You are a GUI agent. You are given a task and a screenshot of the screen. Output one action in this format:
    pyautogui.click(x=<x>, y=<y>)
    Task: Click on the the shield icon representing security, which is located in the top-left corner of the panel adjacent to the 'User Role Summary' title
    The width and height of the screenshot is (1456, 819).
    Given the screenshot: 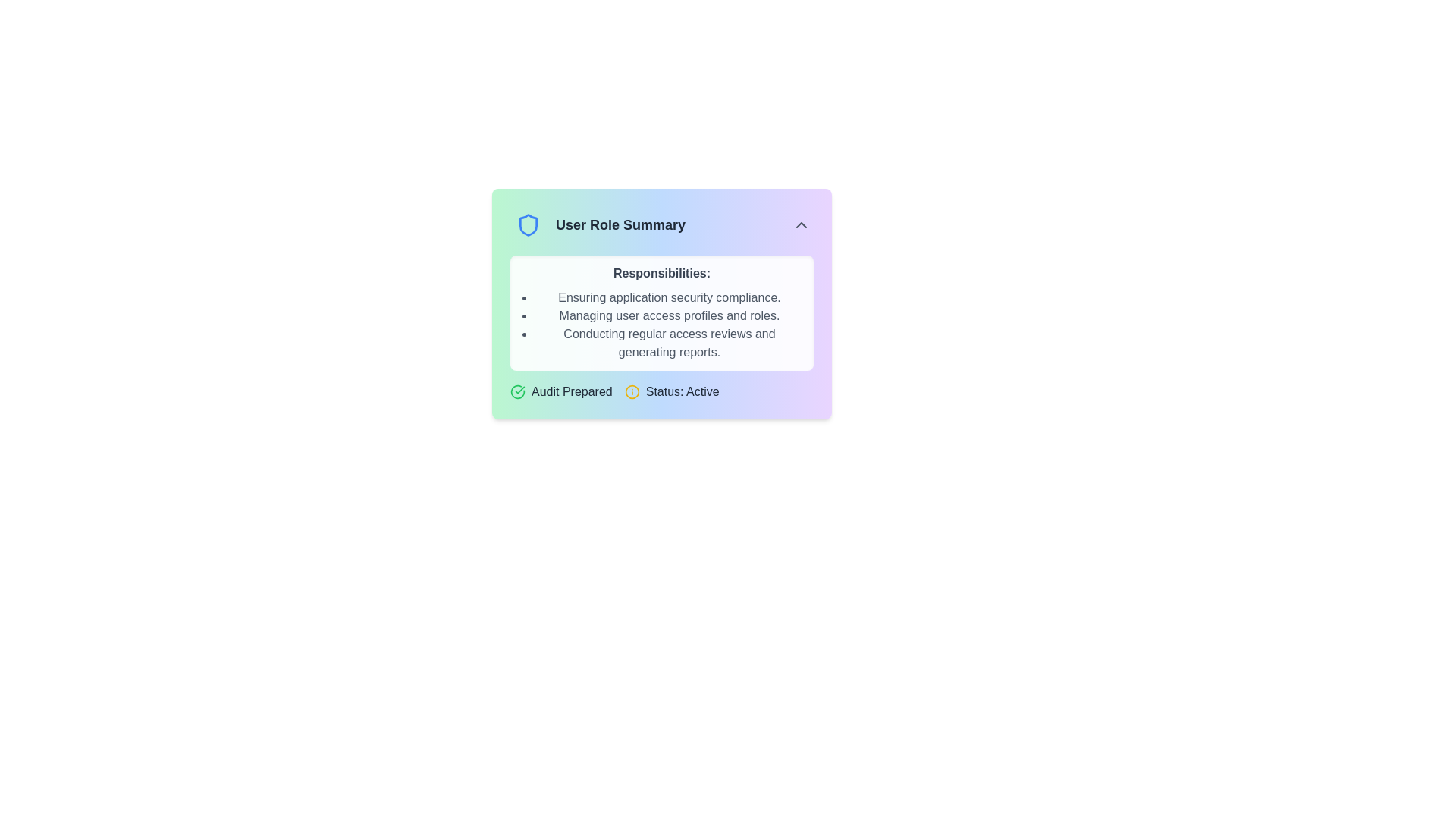 What is the action you would take?
    pyautogui.click(x=528, y=225)
    